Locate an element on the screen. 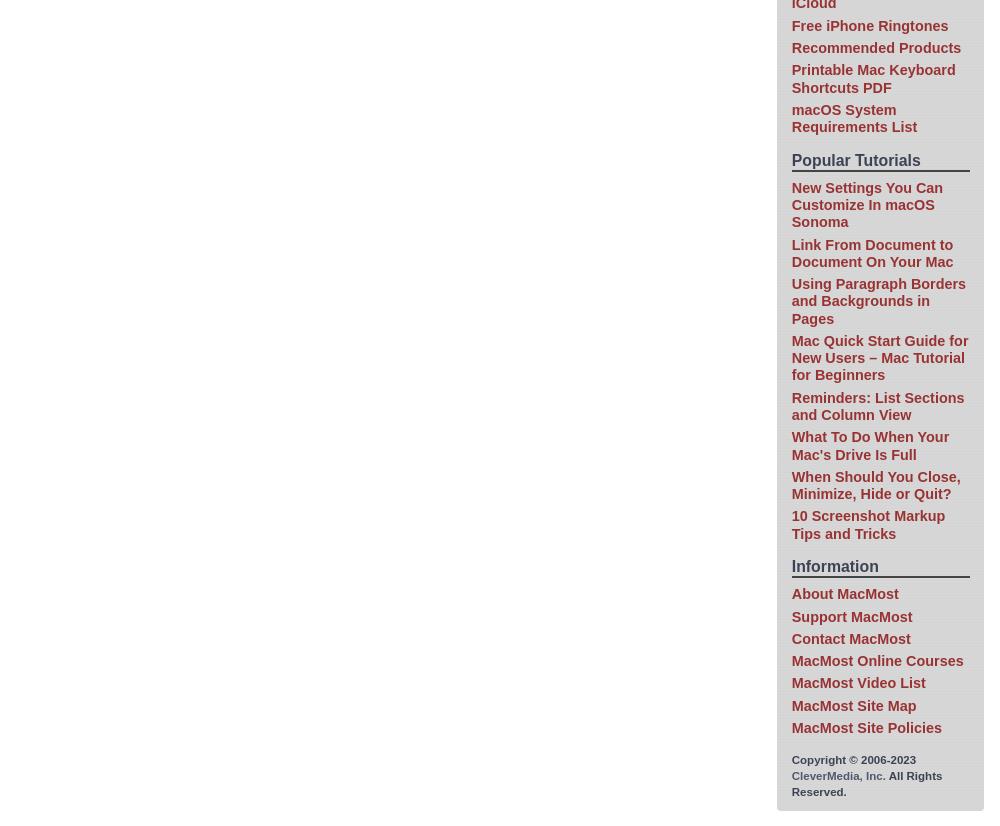  'MacMost Video List' is located at coordinates (857, 682).